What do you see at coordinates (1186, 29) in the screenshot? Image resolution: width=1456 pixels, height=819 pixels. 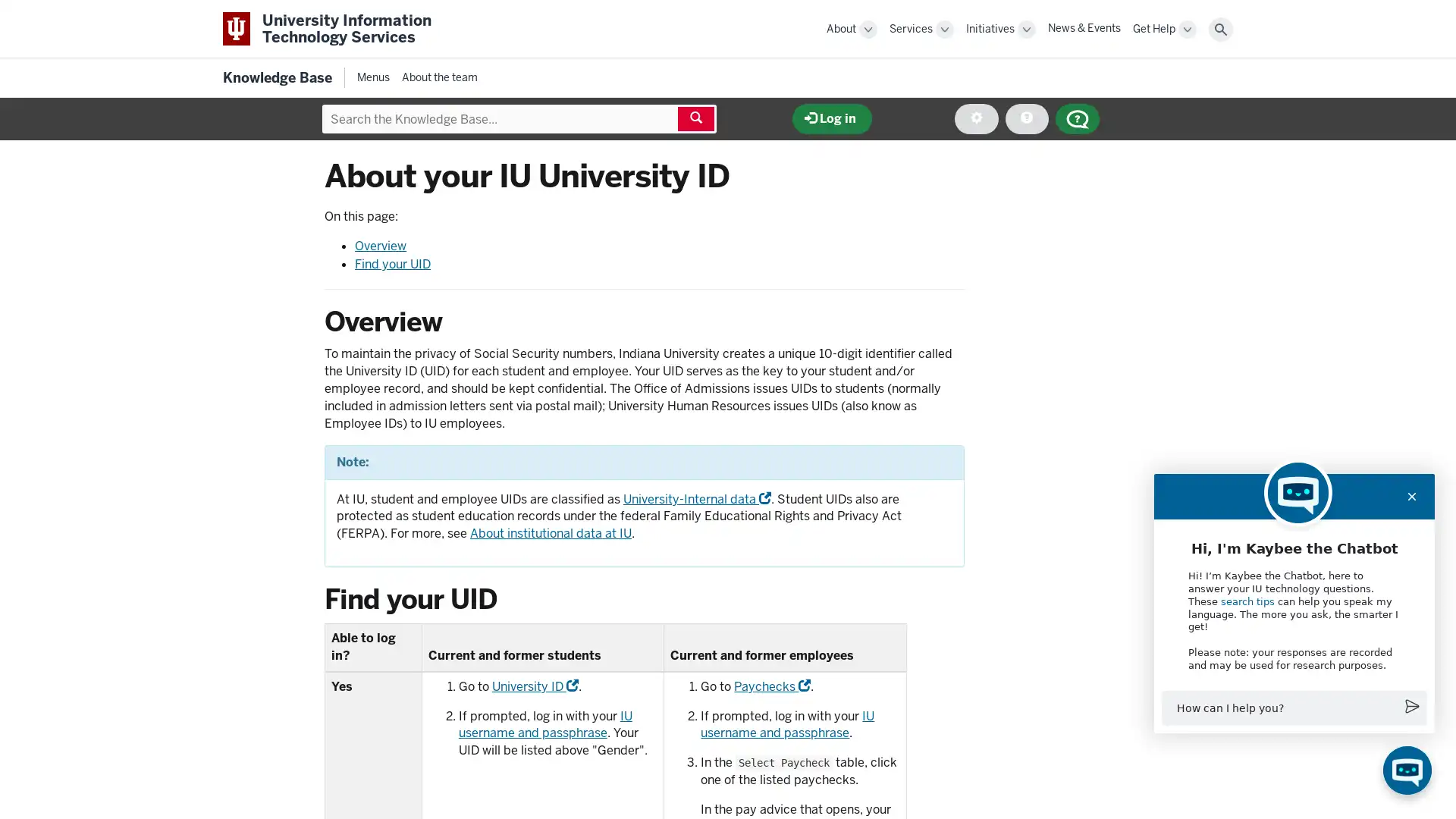 I see `Toggle Get Help navigation` at bounding box center [1186, 29].